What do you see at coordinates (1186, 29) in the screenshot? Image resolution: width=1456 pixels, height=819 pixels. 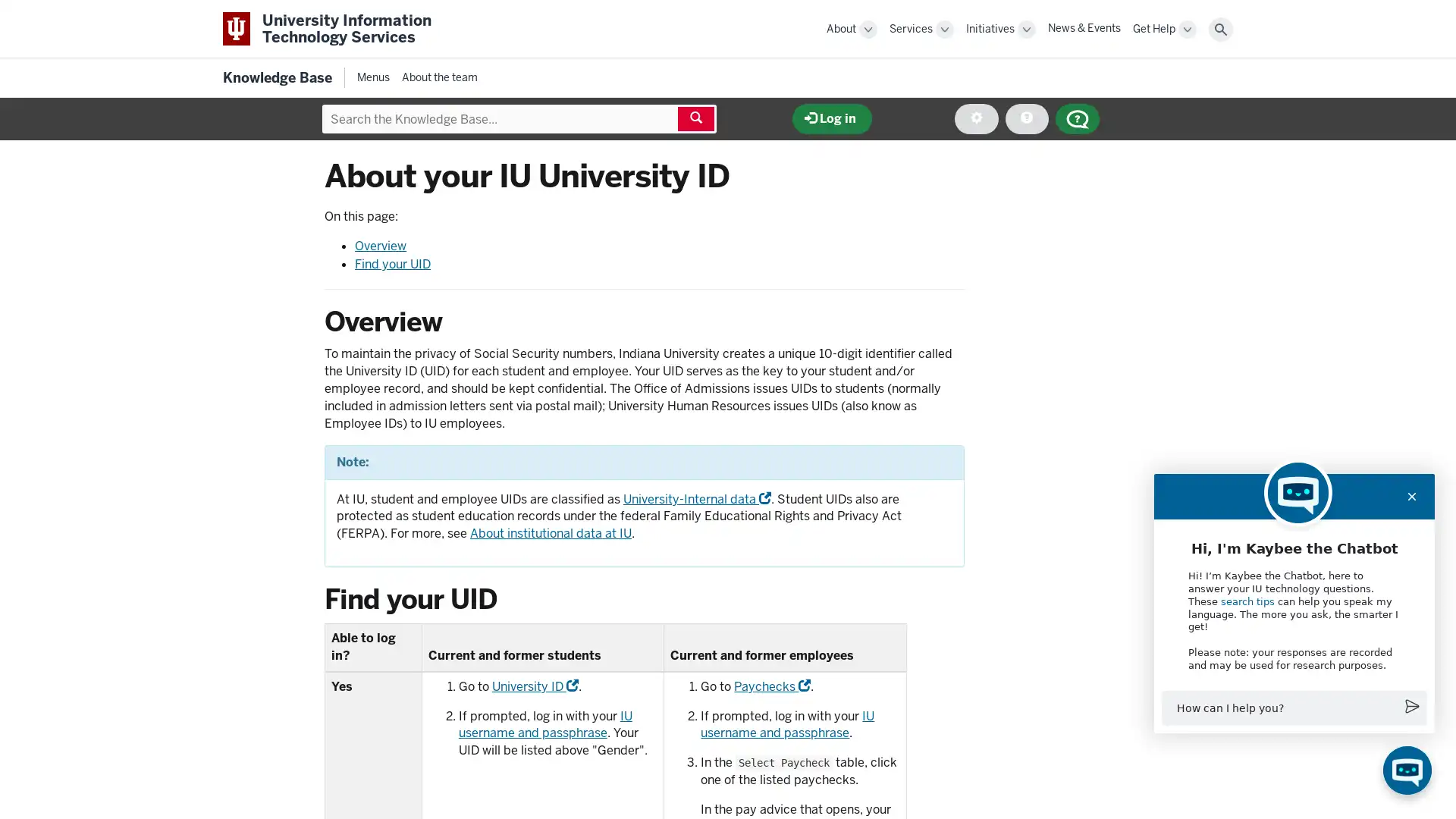 I see `Toggle Get Help navigation` at bounding box center [1186, 29].